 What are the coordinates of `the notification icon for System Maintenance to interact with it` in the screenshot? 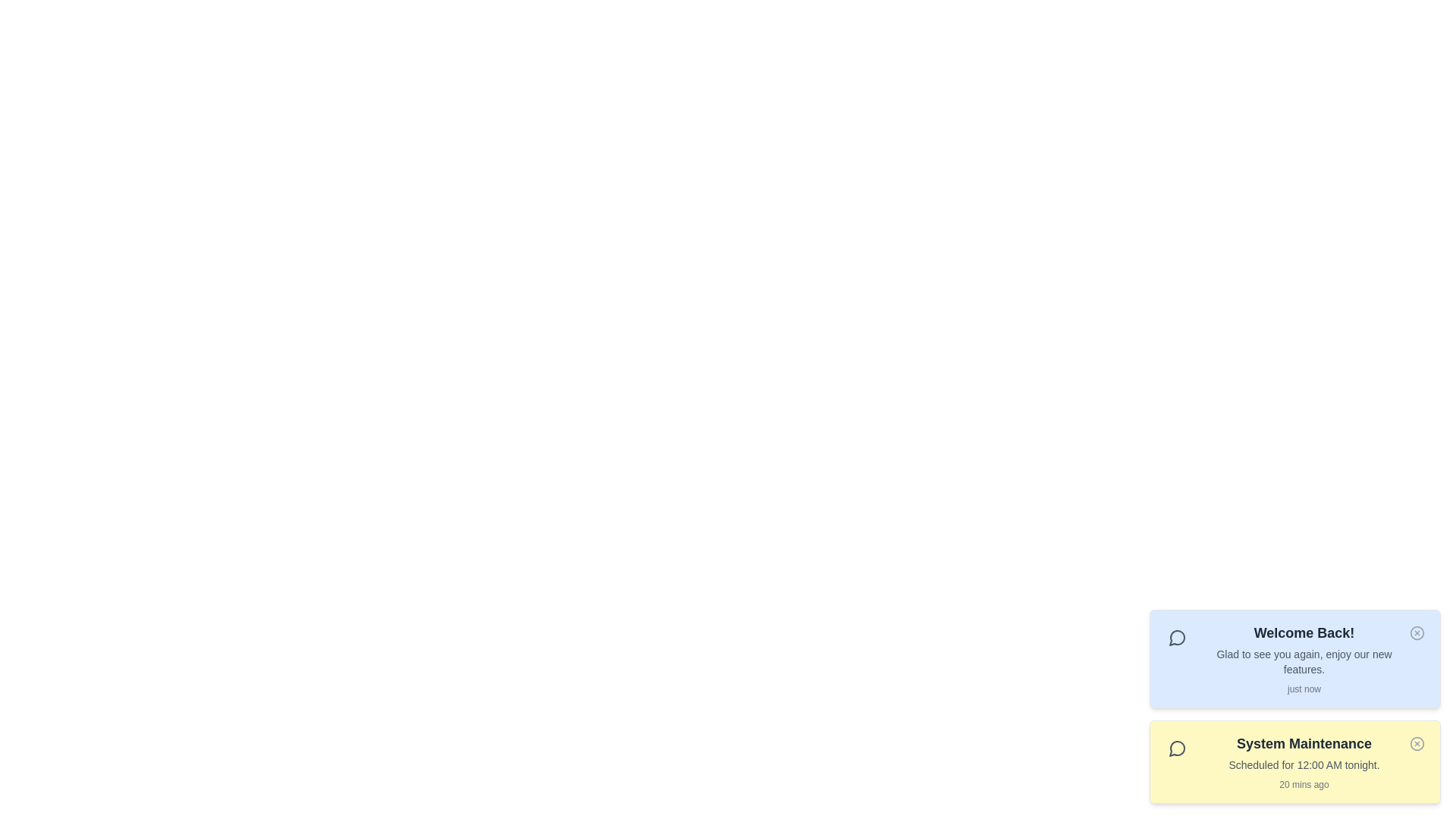 It's located at (1416, 742).